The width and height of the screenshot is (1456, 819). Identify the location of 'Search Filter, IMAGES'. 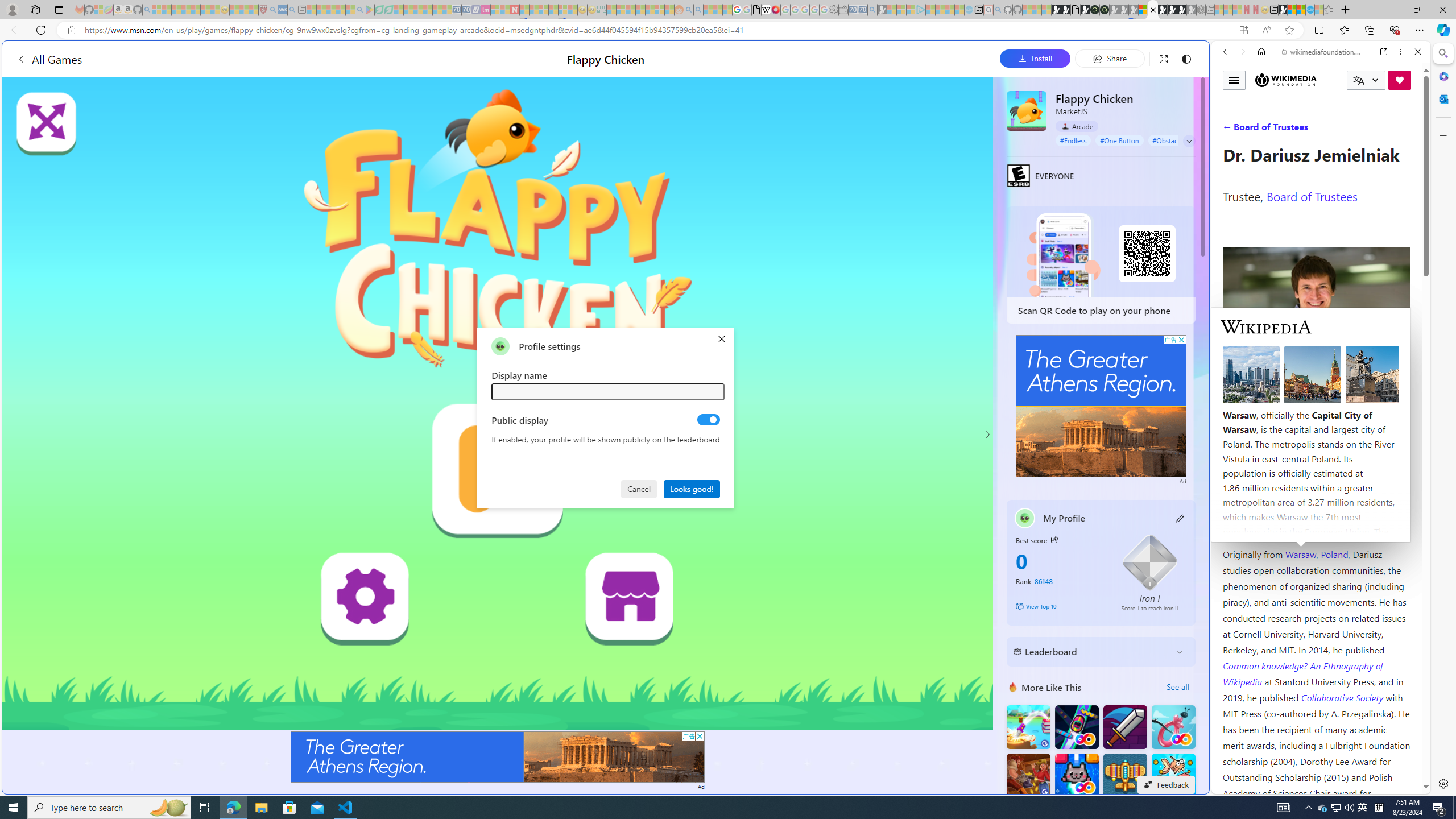
(1262, 129).